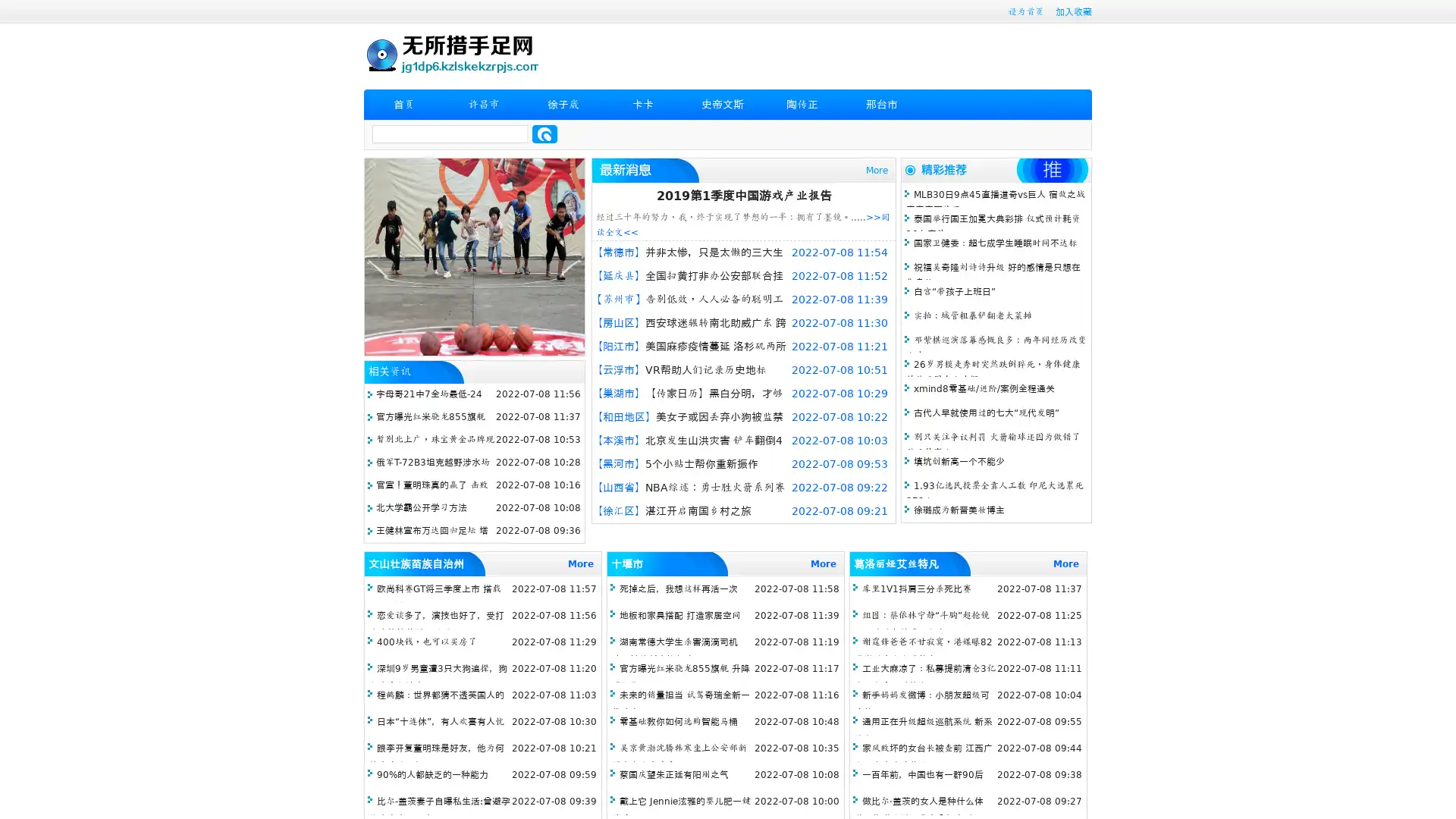 The image size is (1456, 819). I want to click on Search, so click(544, 133).